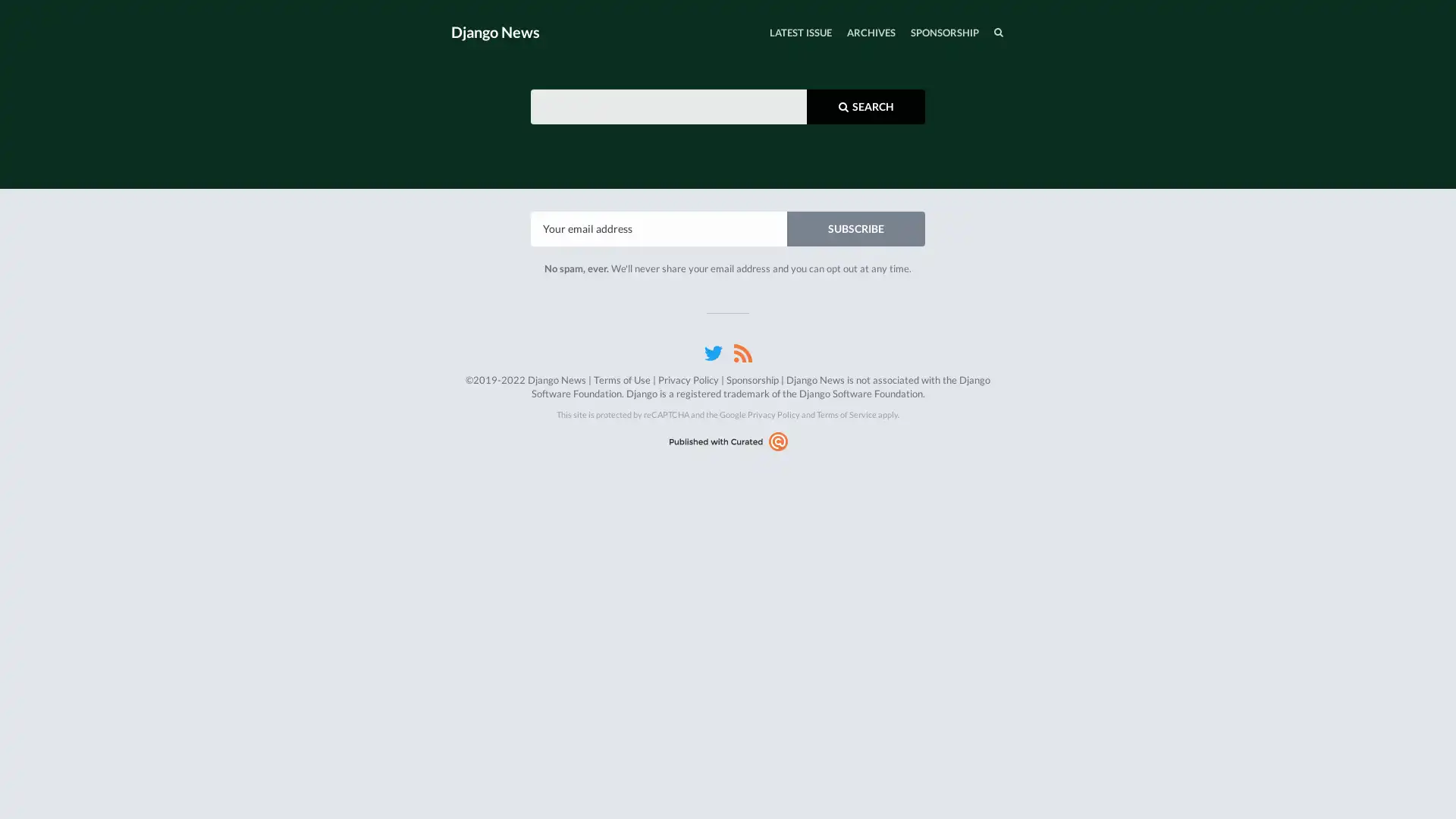  I want to click on SUBSCRIBE, so click(855, 227).